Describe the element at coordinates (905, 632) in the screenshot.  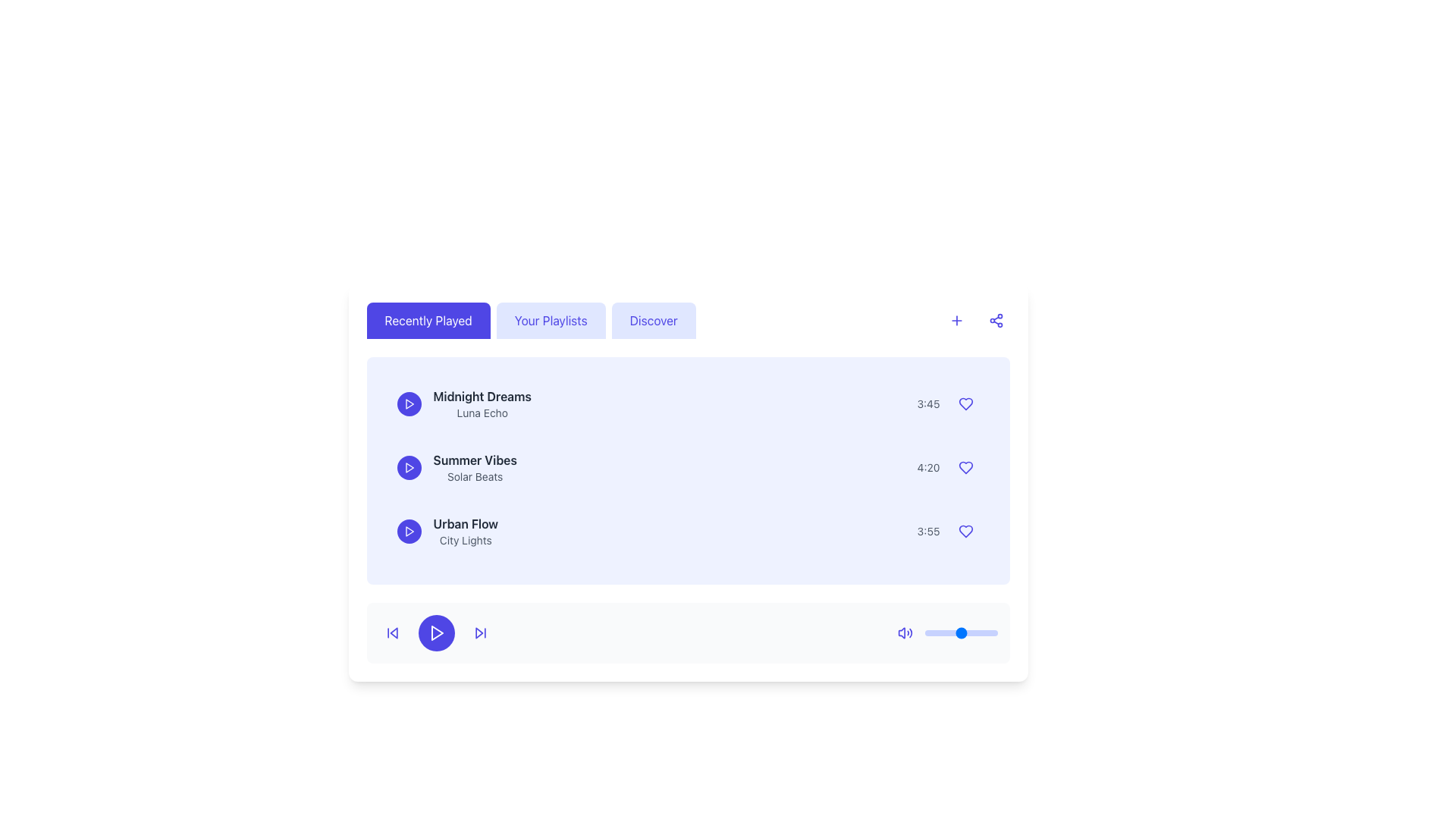
I see `the volume control icon located at the leftmost side of the controls in the bottom-right section of the interface` at that location.